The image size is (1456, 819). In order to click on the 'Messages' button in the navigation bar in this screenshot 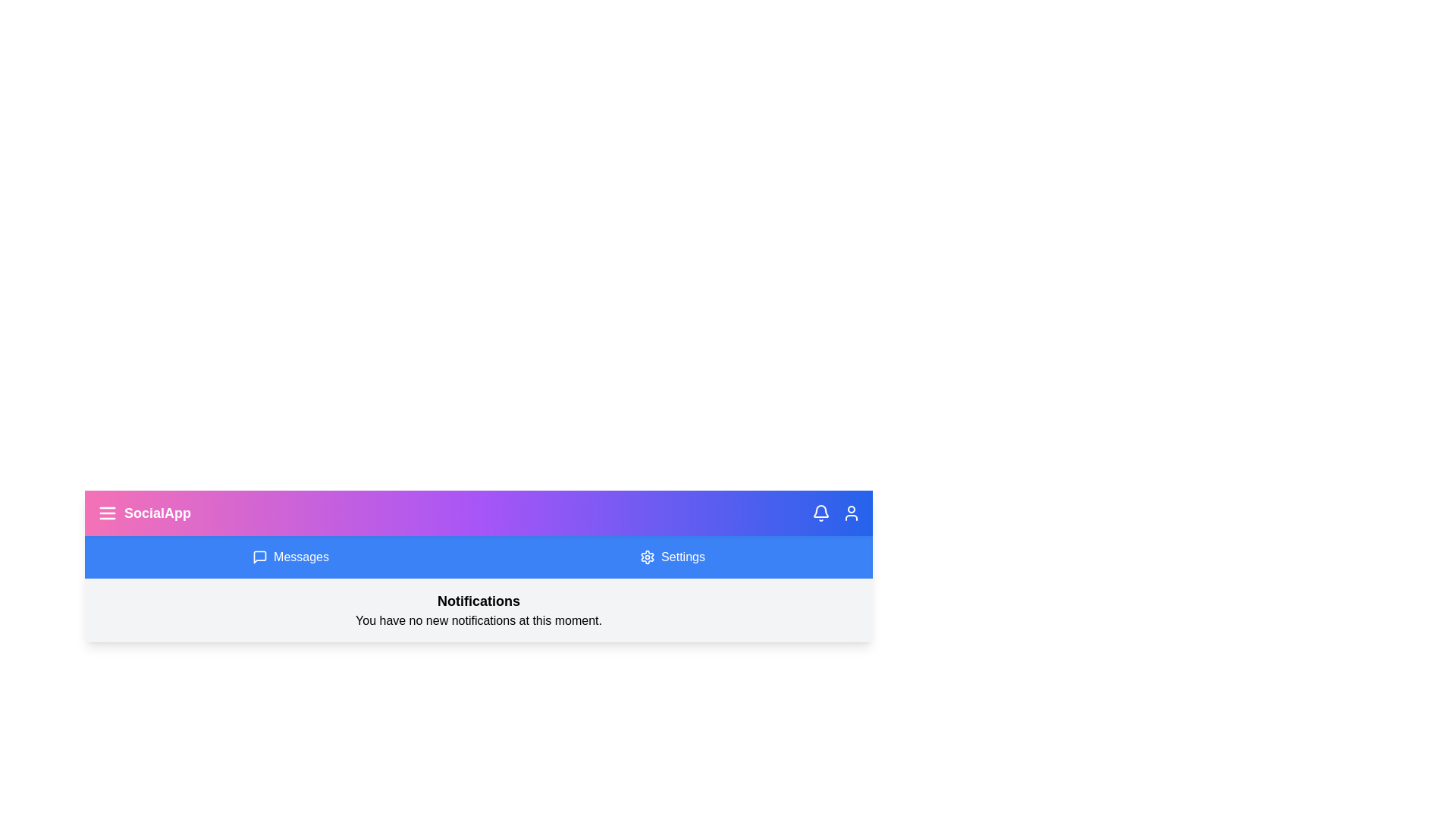, I will do `click(290, 557)`.